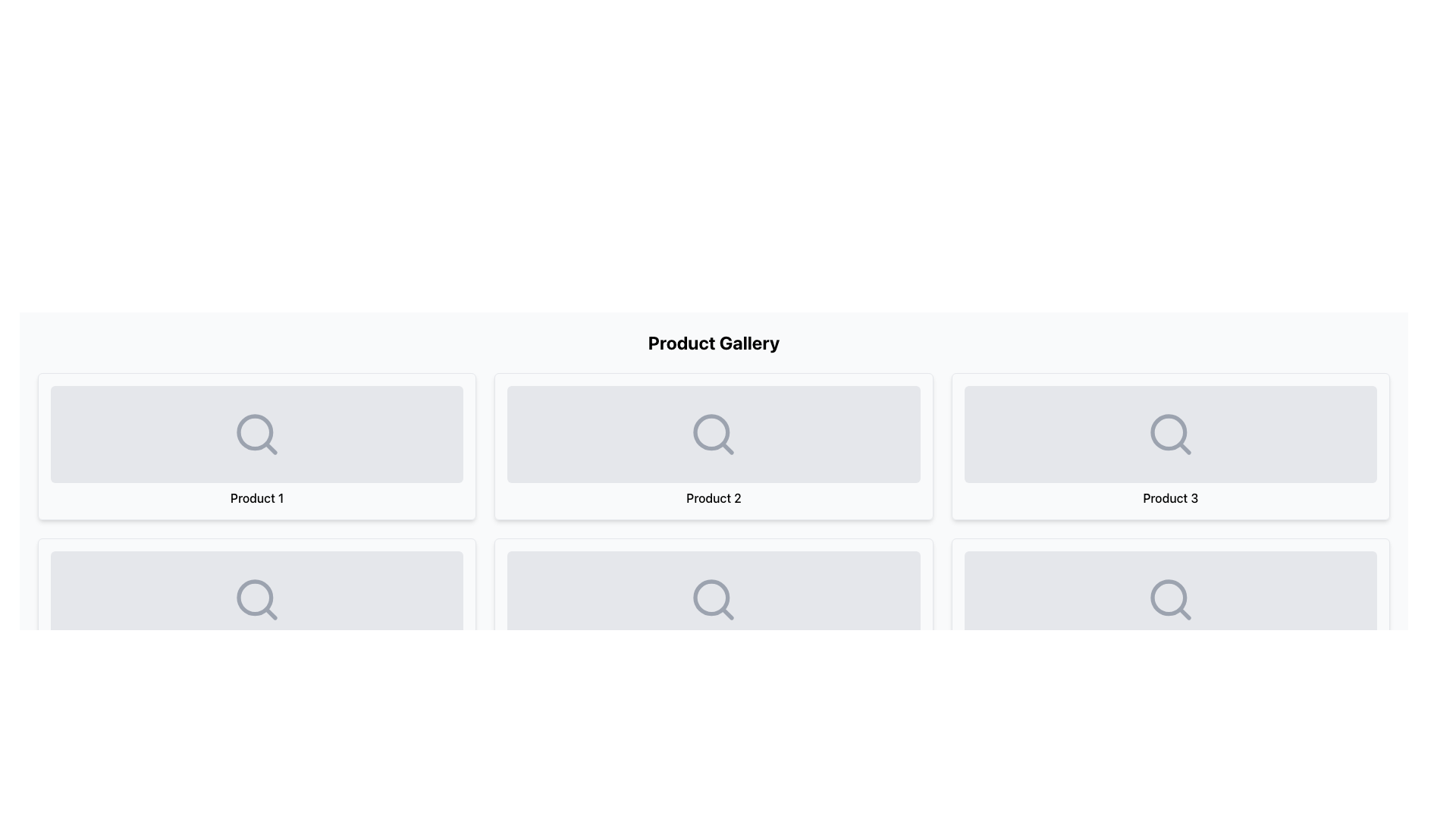  I want to click on diagonal line that forms the handle of the magnifying glass icon located inside the second grid item's image in the second row of the product gallery section, so click(726, 447).